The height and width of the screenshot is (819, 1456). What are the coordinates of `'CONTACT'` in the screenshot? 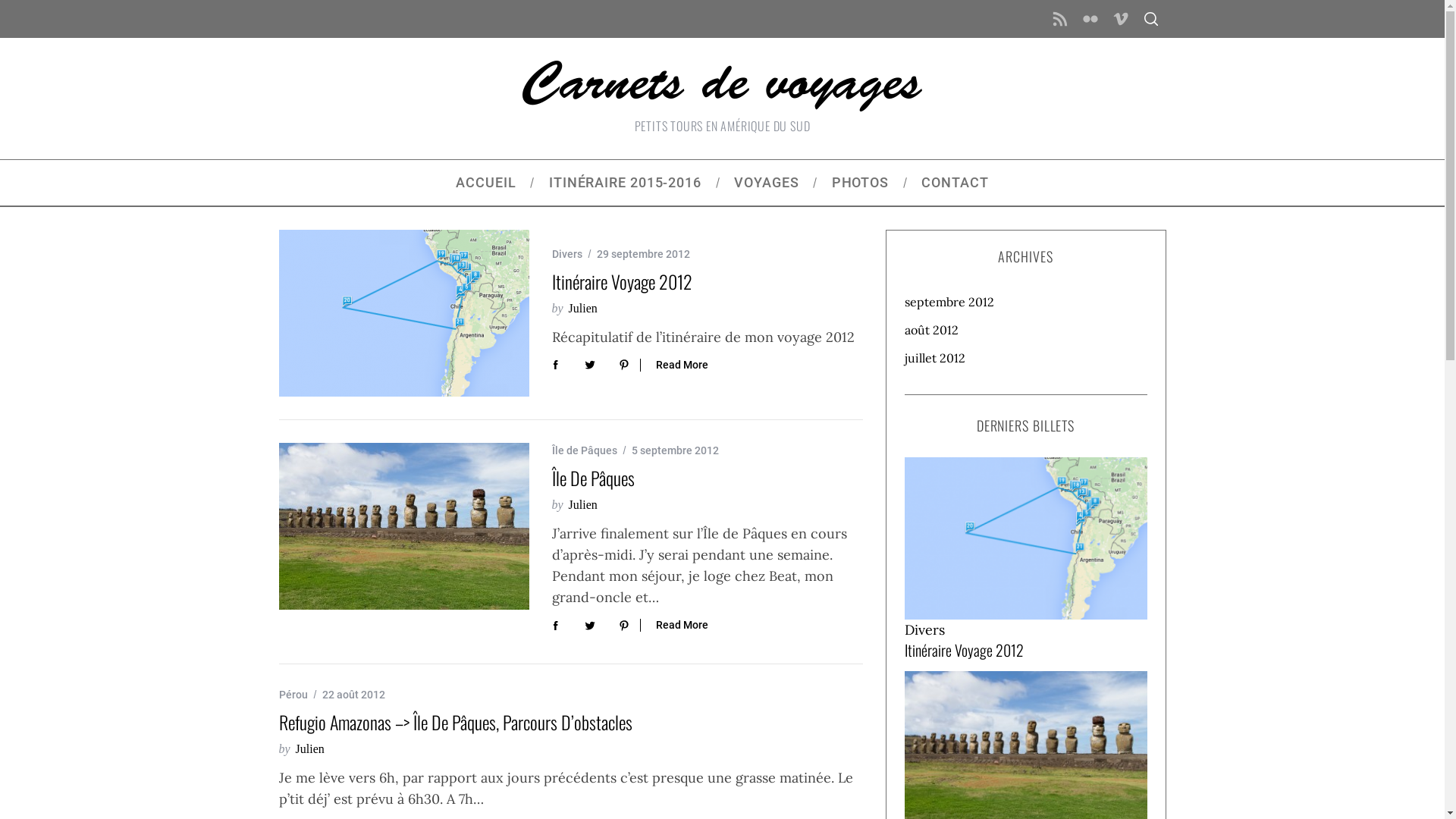 It's located at (954, 181).